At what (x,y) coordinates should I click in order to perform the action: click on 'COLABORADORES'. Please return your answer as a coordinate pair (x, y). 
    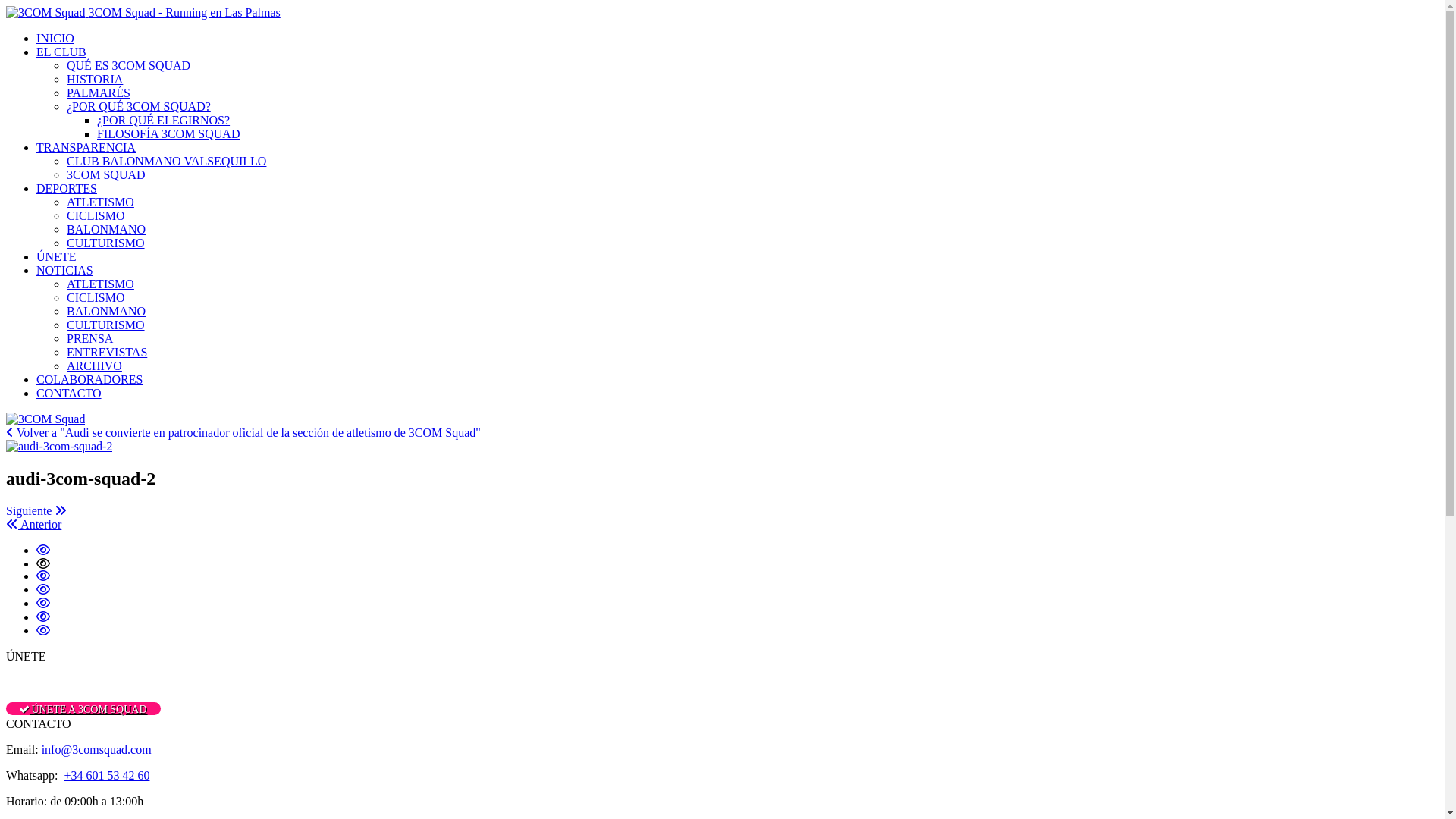
    Looking at the image, I should click on (89, 378).